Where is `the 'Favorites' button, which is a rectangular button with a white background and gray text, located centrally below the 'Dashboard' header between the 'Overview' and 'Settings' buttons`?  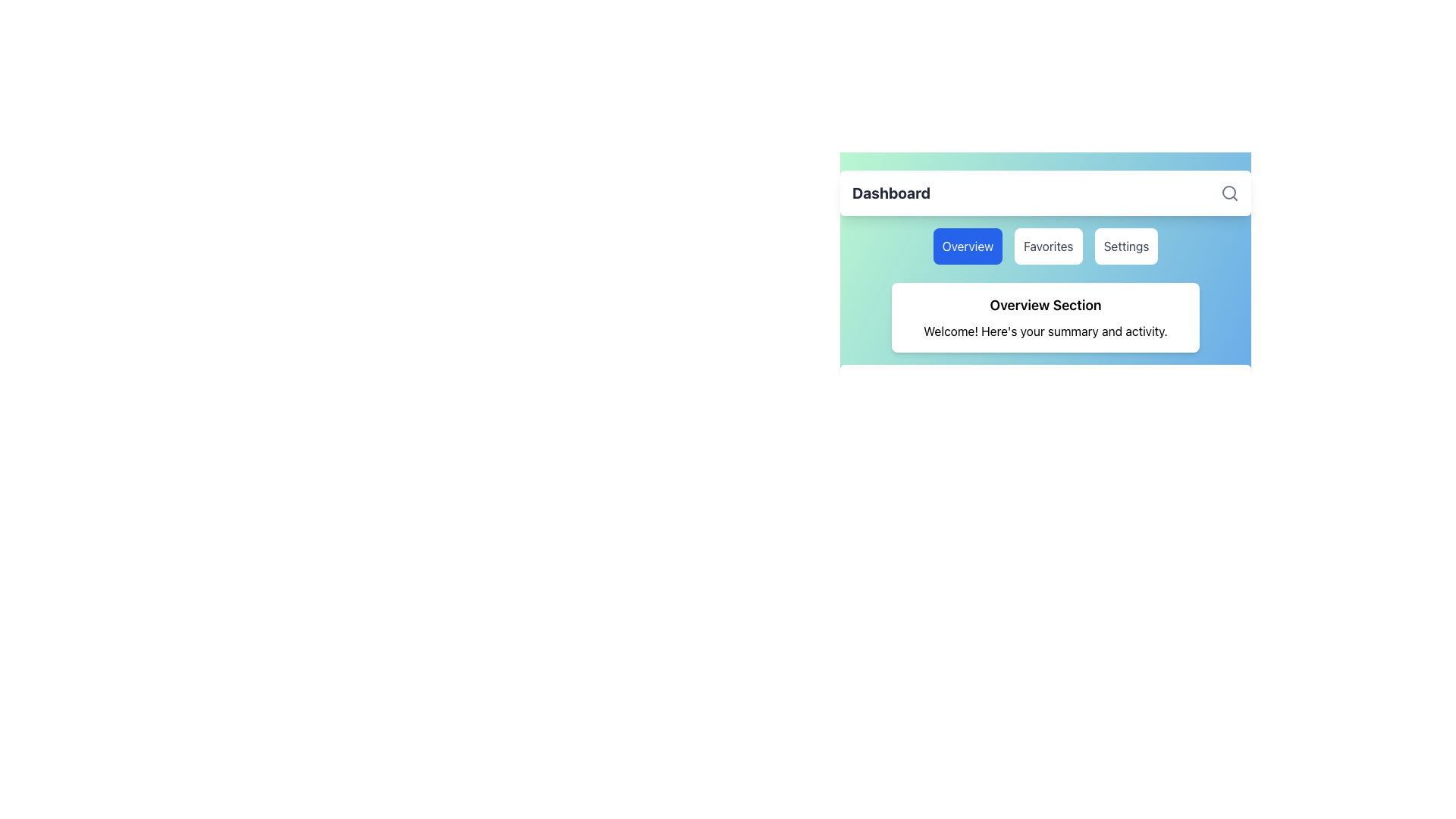
the 'Favorites' button, which is a rectangular button with a white background and gray text, located centrally below the 'Dashboard' header between the 'Overview' and 'Settings' buttons is located at coordinates (1047, 245).